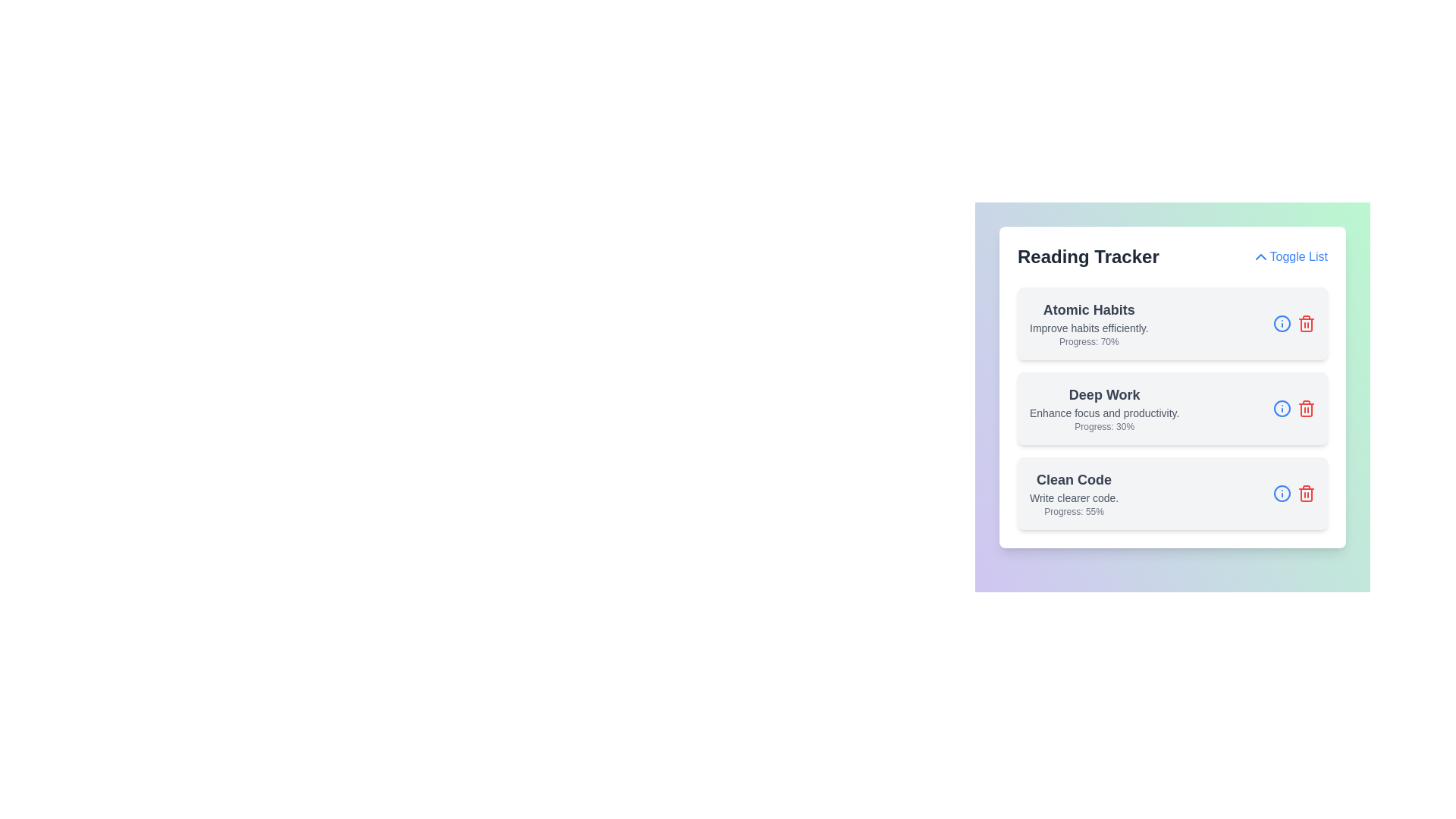 This screenshot has width=1456, height=819. Describe the element at coordinates (1104, 413) in the screenshot. I see `the text label that provides supplementary information about the 'Deep Work' list item` at that location.